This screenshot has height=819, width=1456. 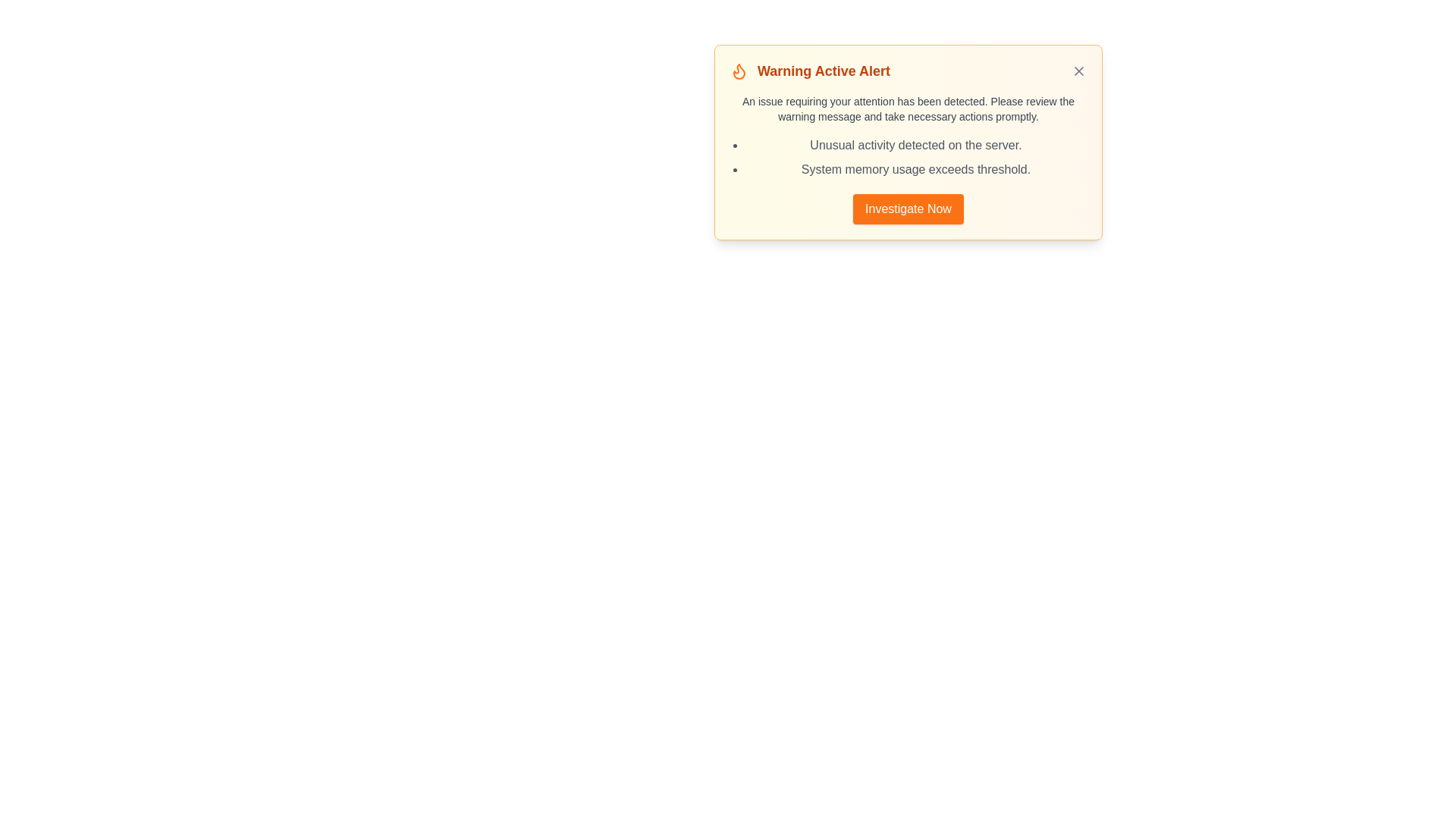 I want to click on 'Investigate Now' button to proceed with the investigation, so click(x=908, y=209).